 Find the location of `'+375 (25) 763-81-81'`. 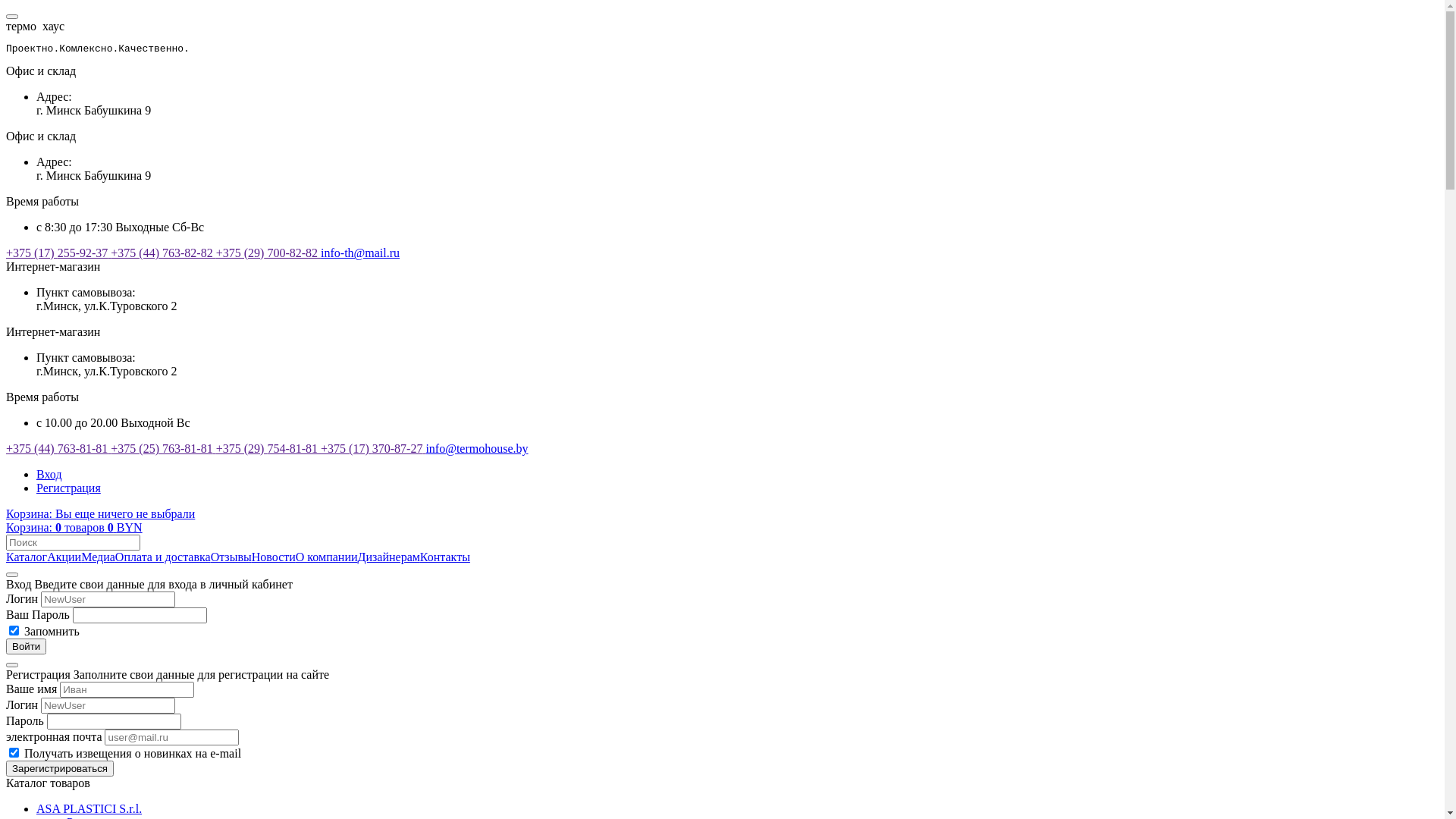

'+375 (25) 763-81-81' is located at coordinates (163, 447).